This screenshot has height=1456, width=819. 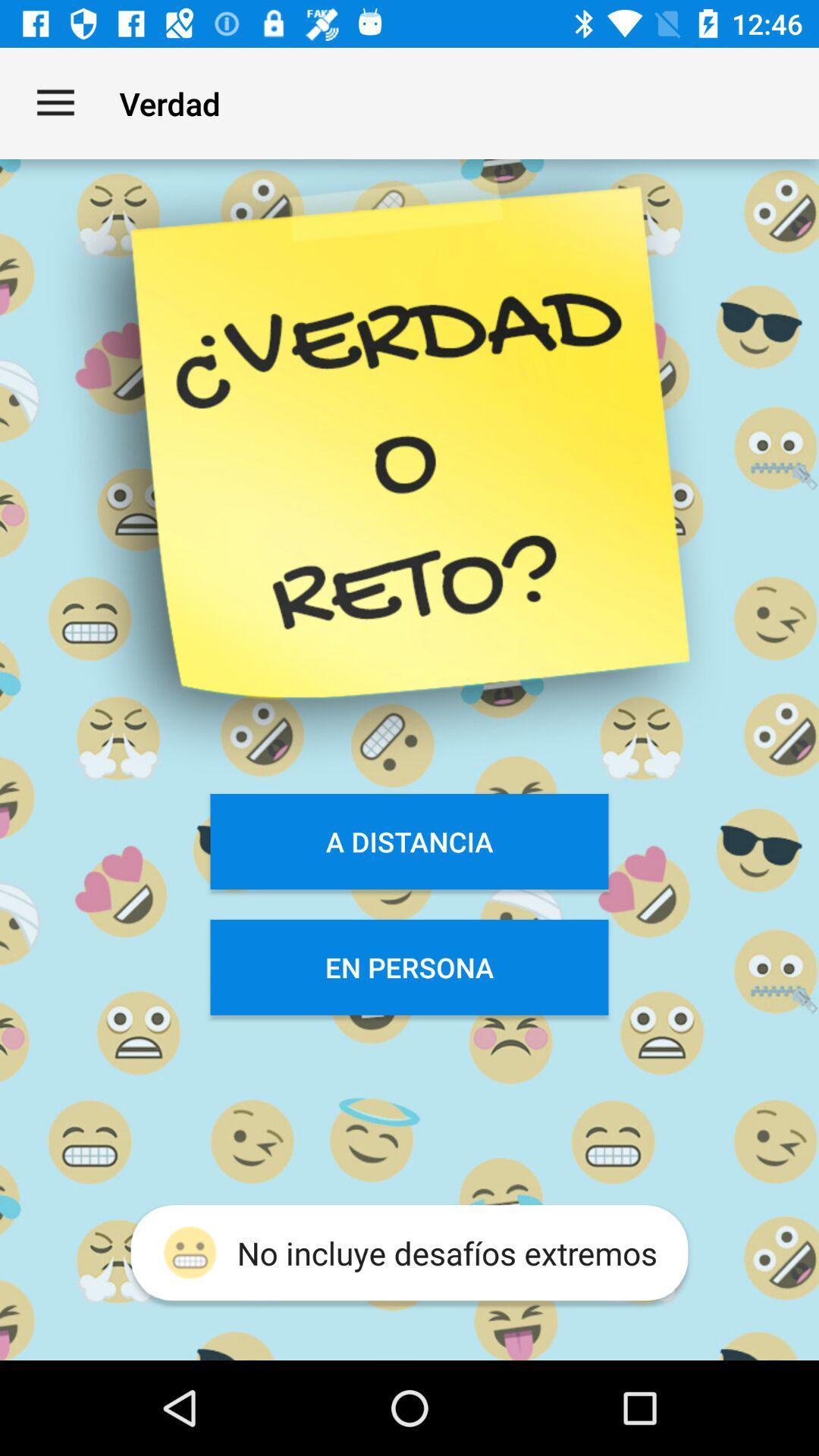 What do you see at coordinates (409, 840) in the screenshot?
I see `a distancia icon` at bounding box center [409, 840].